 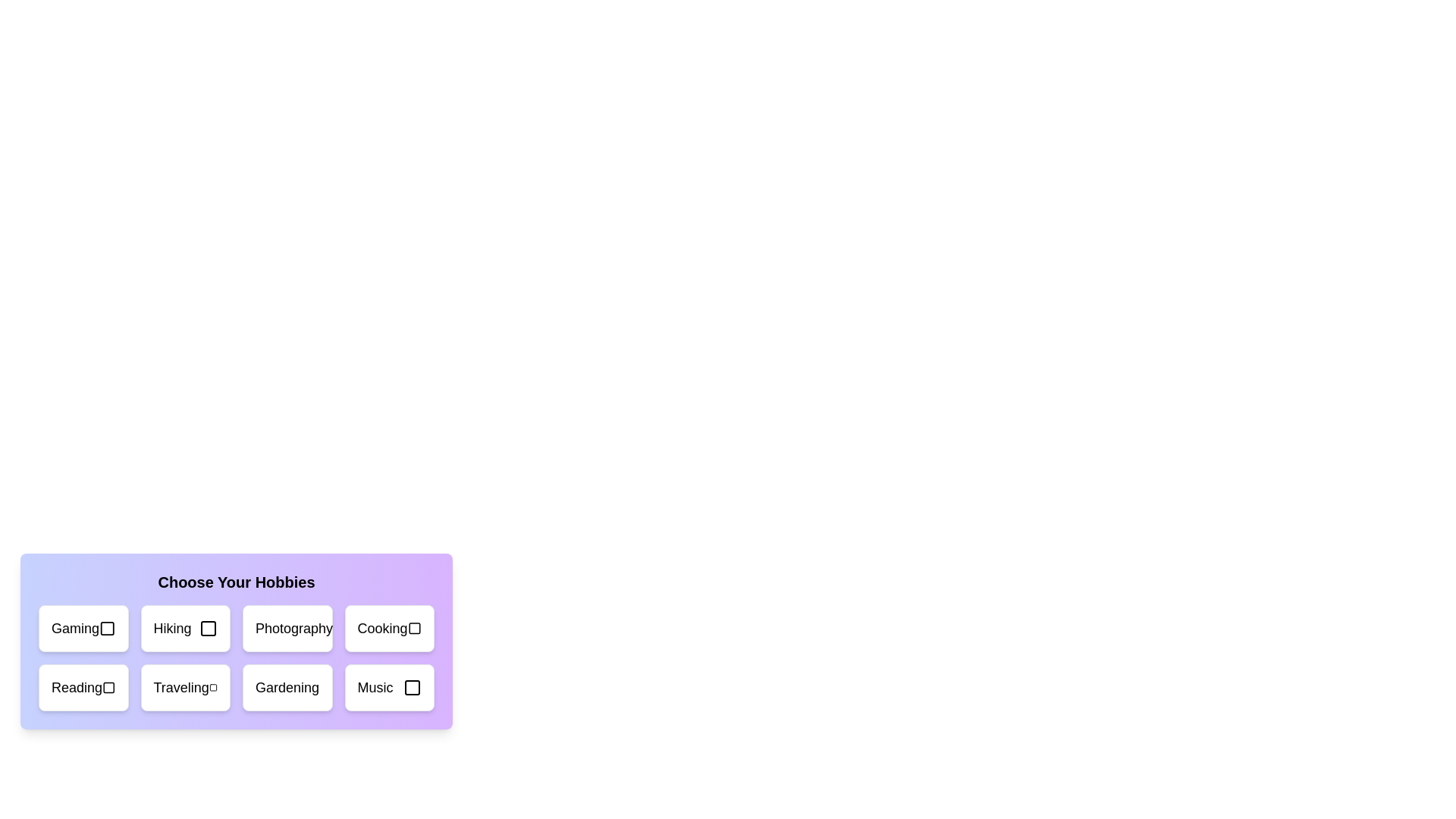 What do you see at coordinates (389, 629) in the screenshot?
I see `the hobby card labeled 'Cooking'` at bounding box center [389, 629].